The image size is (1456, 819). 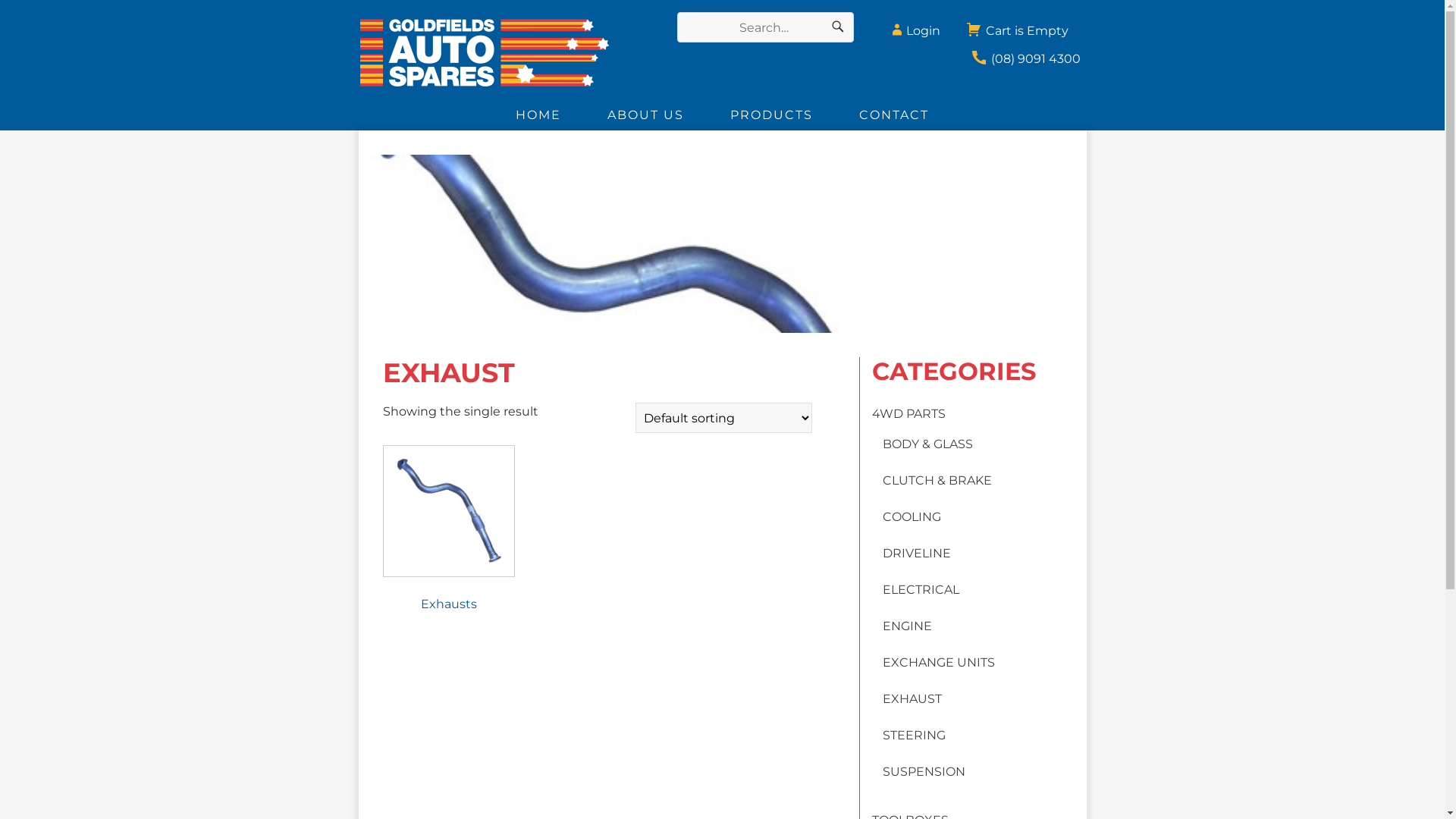 What do you see at coordinates (836, 27) in the screenshot?
I see `'Search'` at bounding box center [836, 27].